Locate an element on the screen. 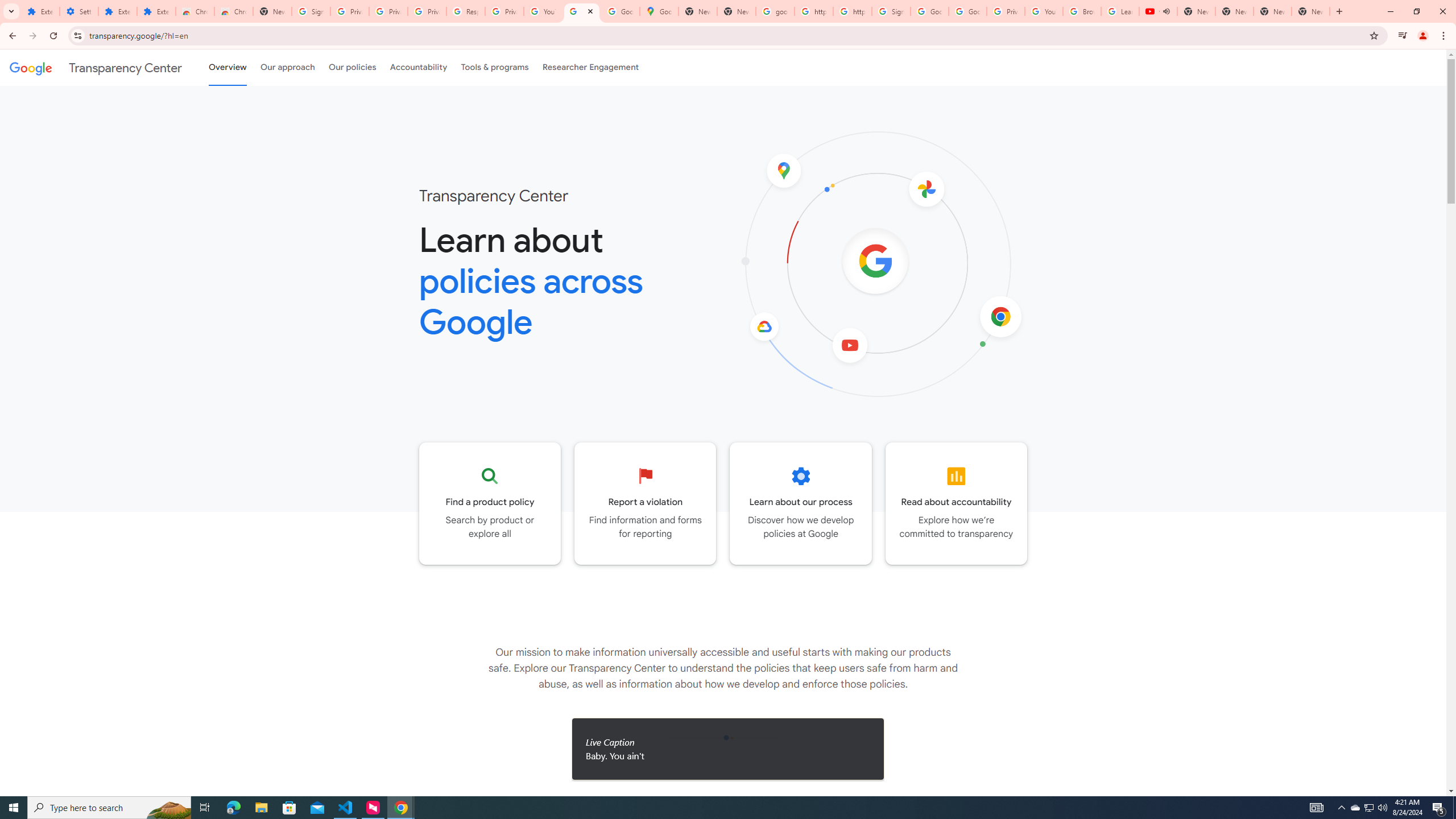 This screenshot has width=1456, height=819. 'Transparency Center' is located at coordinates (95, 67).